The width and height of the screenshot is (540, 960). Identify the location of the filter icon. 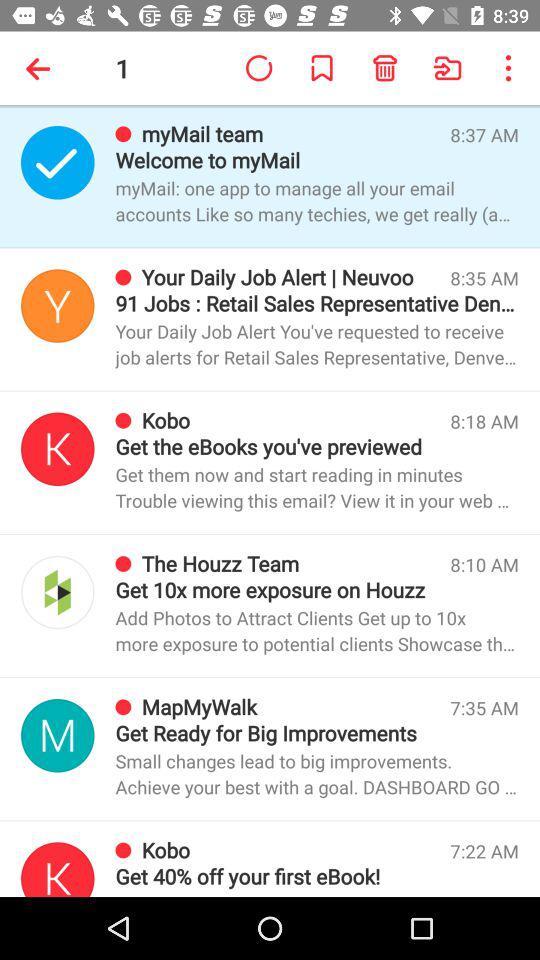
(57, 305).